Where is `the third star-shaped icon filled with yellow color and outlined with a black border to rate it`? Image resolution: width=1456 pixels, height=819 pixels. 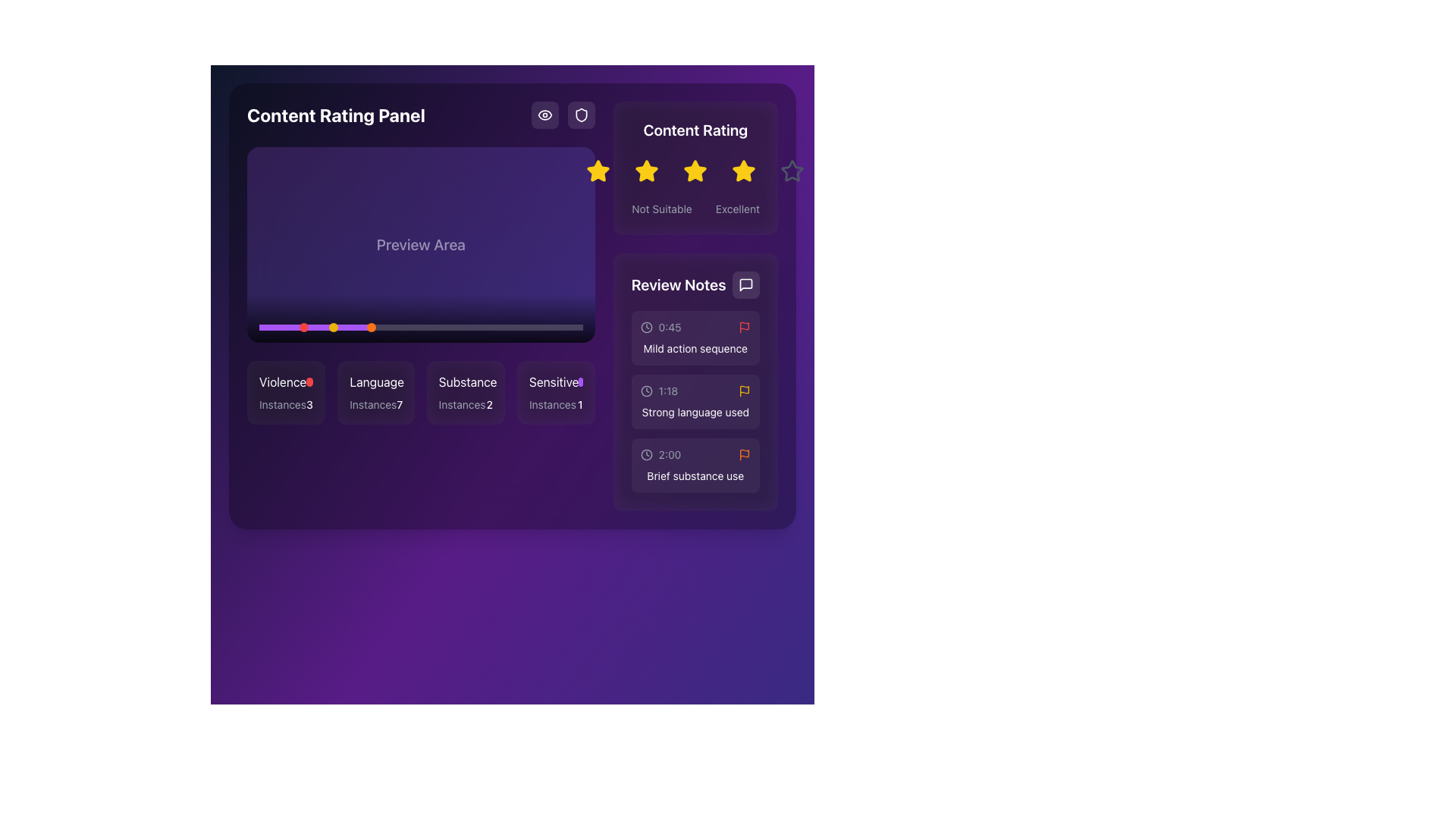 the third star-shaped icon filled with yellow color and outlined with a black border to rate it is located at coordinates (695, 171).